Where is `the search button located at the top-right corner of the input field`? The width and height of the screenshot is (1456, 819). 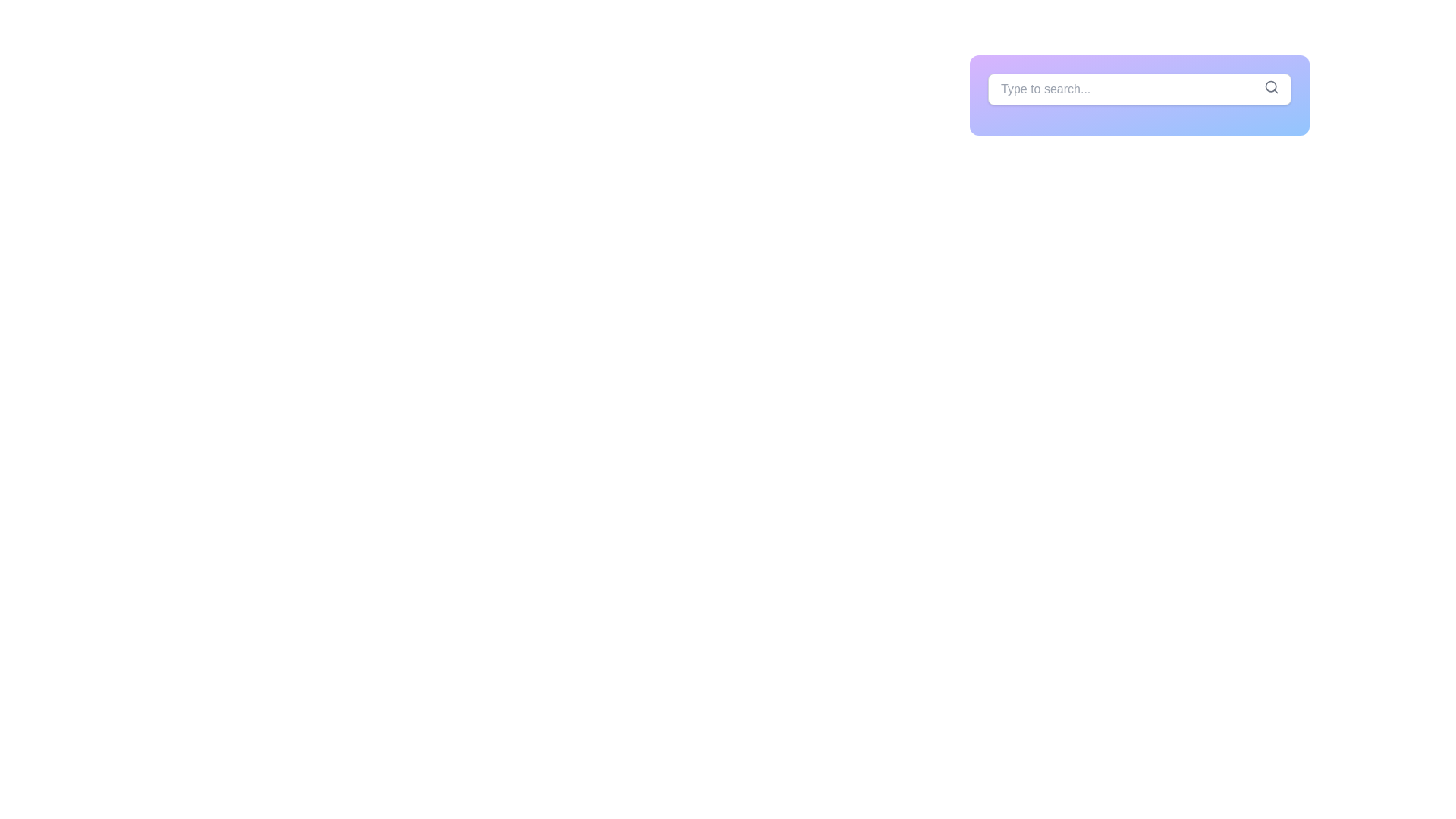 the search button located at the top-right corner of the input field is located at coordinates (1271, 87).